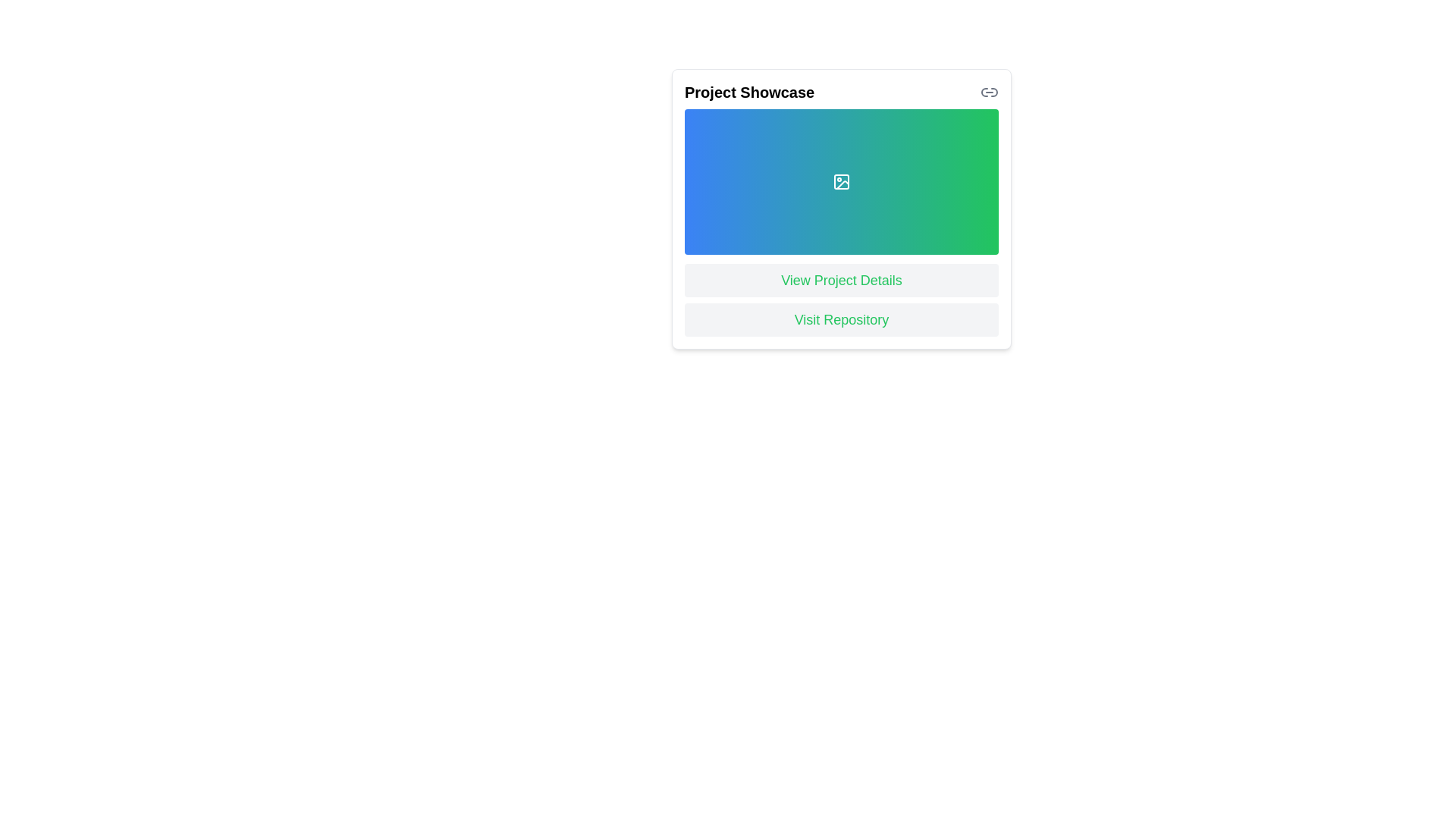 Image resolution: width=1456 pixels, height=819 pixels. I want to click on the small gray icon depicting two chain links located at the top-right corner of the 'Project Showcase' section, so click(990, 93).